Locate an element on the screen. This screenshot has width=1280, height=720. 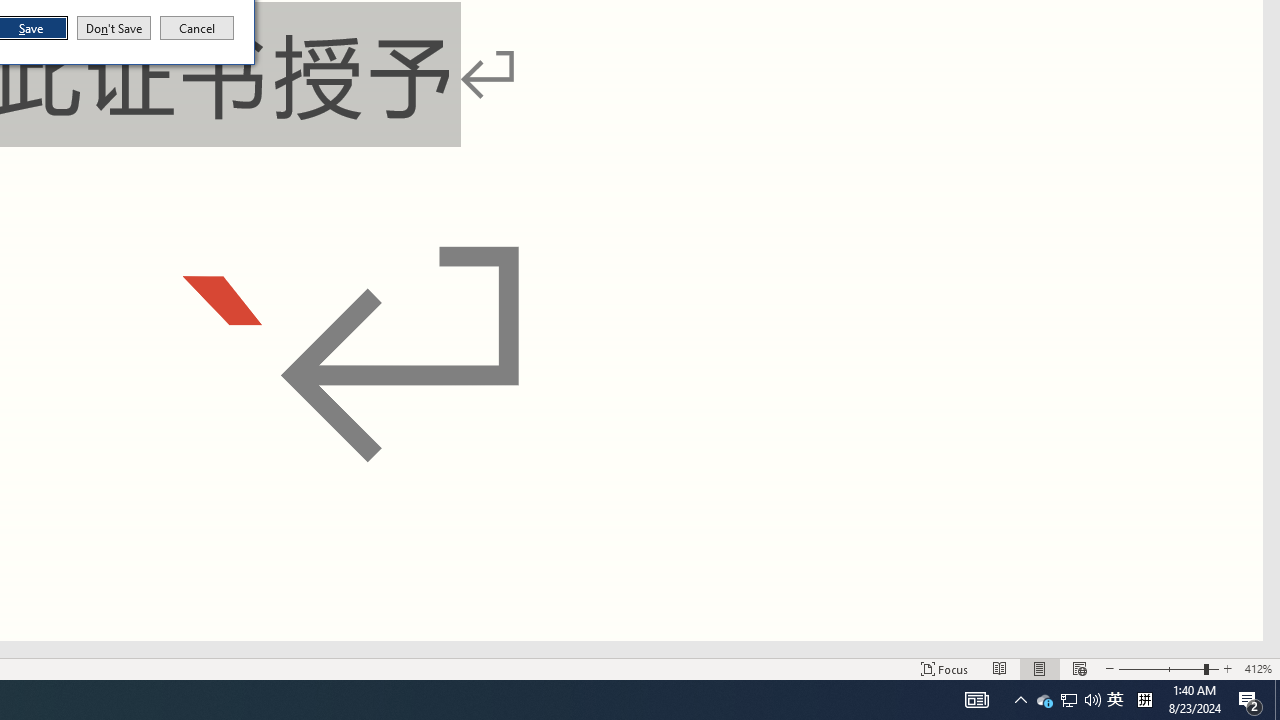
'User Promoted Notification Area' is located at coordinates (1067, 698).